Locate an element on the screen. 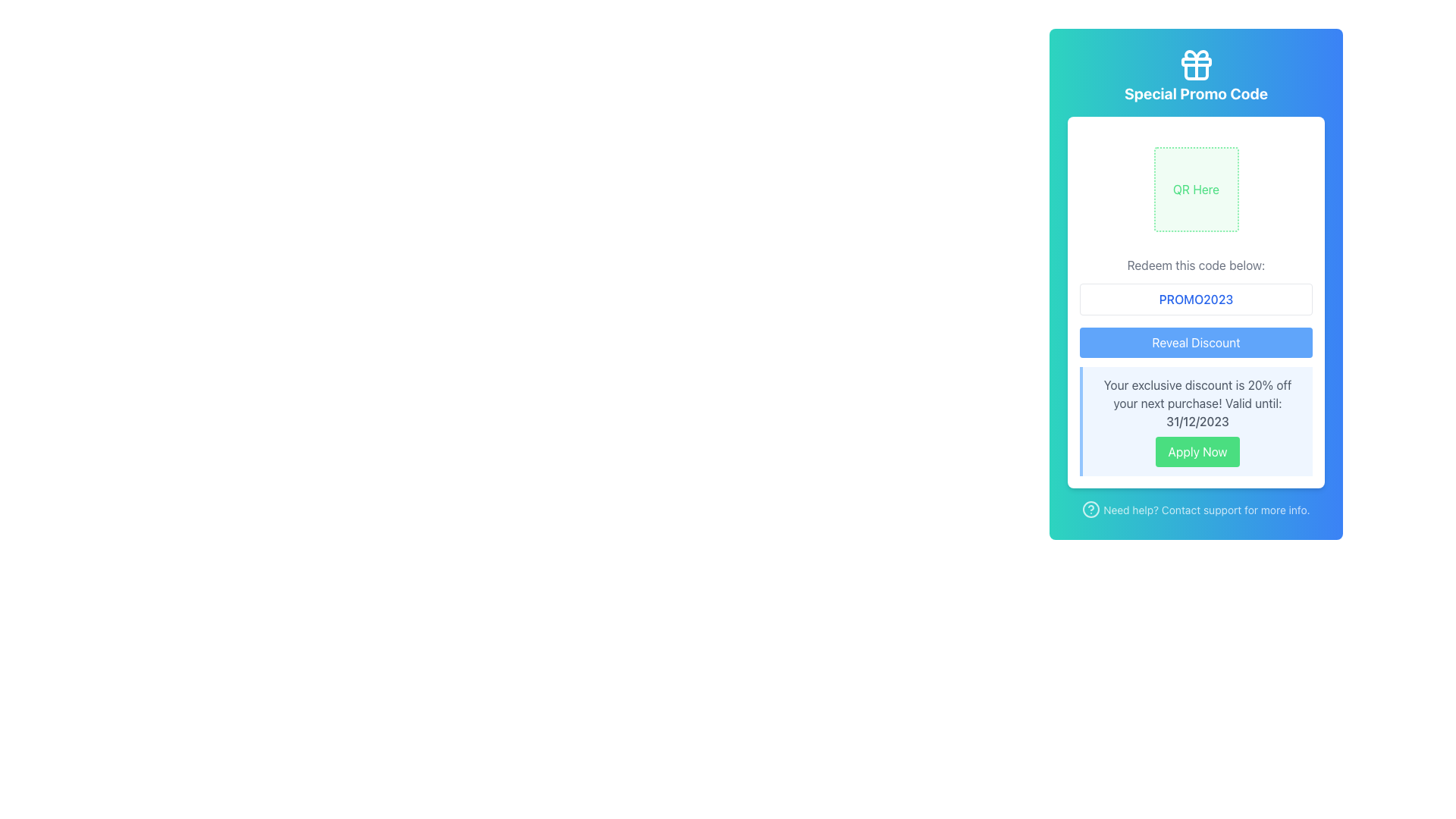 The height and width of the screenshot is (819, 1456). the question mark icon styled with a minimalist design, located in the footer section below the text 'Need help? Contact support for more info.' is located at coordinates (1090, 509).